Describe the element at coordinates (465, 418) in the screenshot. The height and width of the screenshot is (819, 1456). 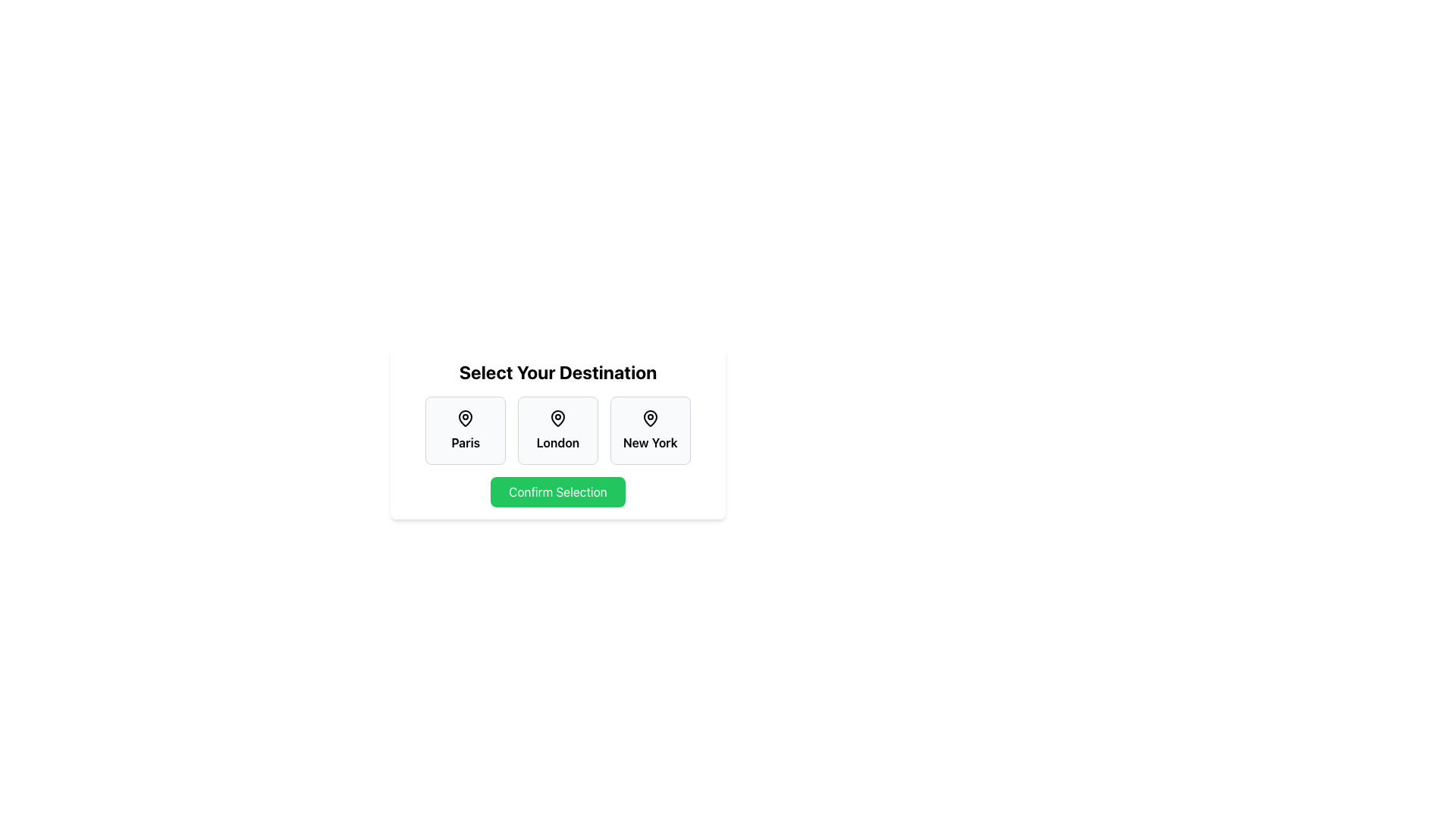
I see `the SVG map pin marker icon located inside the card labeled 'Paris', which is the leftmost card in a row of three similar cards` at that location.